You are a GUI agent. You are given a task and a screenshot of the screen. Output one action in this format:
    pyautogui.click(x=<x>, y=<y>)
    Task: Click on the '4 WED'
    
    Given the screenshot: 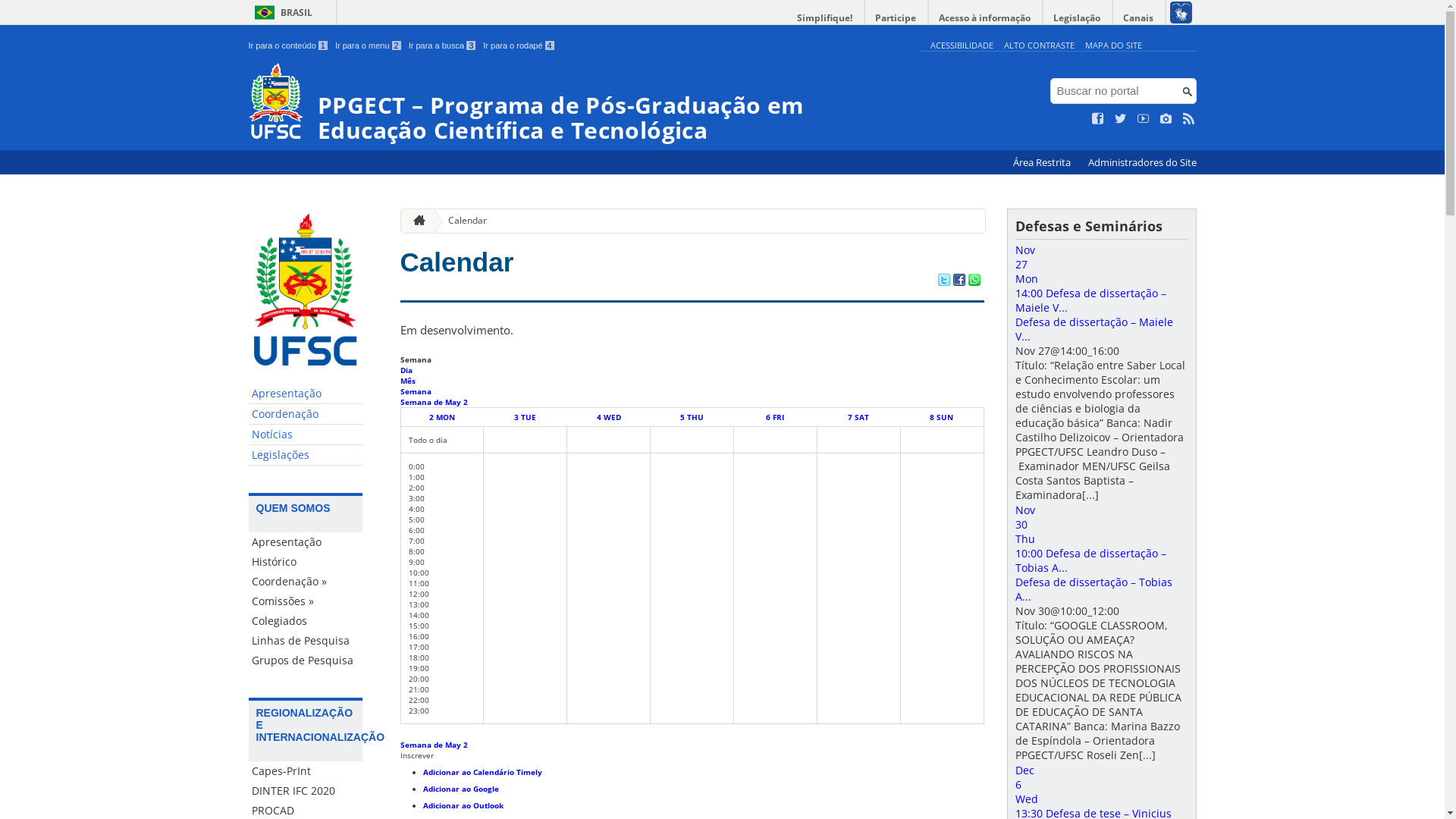 What is the action you would take?
    pyautogui.click(x=608, y=417)
    